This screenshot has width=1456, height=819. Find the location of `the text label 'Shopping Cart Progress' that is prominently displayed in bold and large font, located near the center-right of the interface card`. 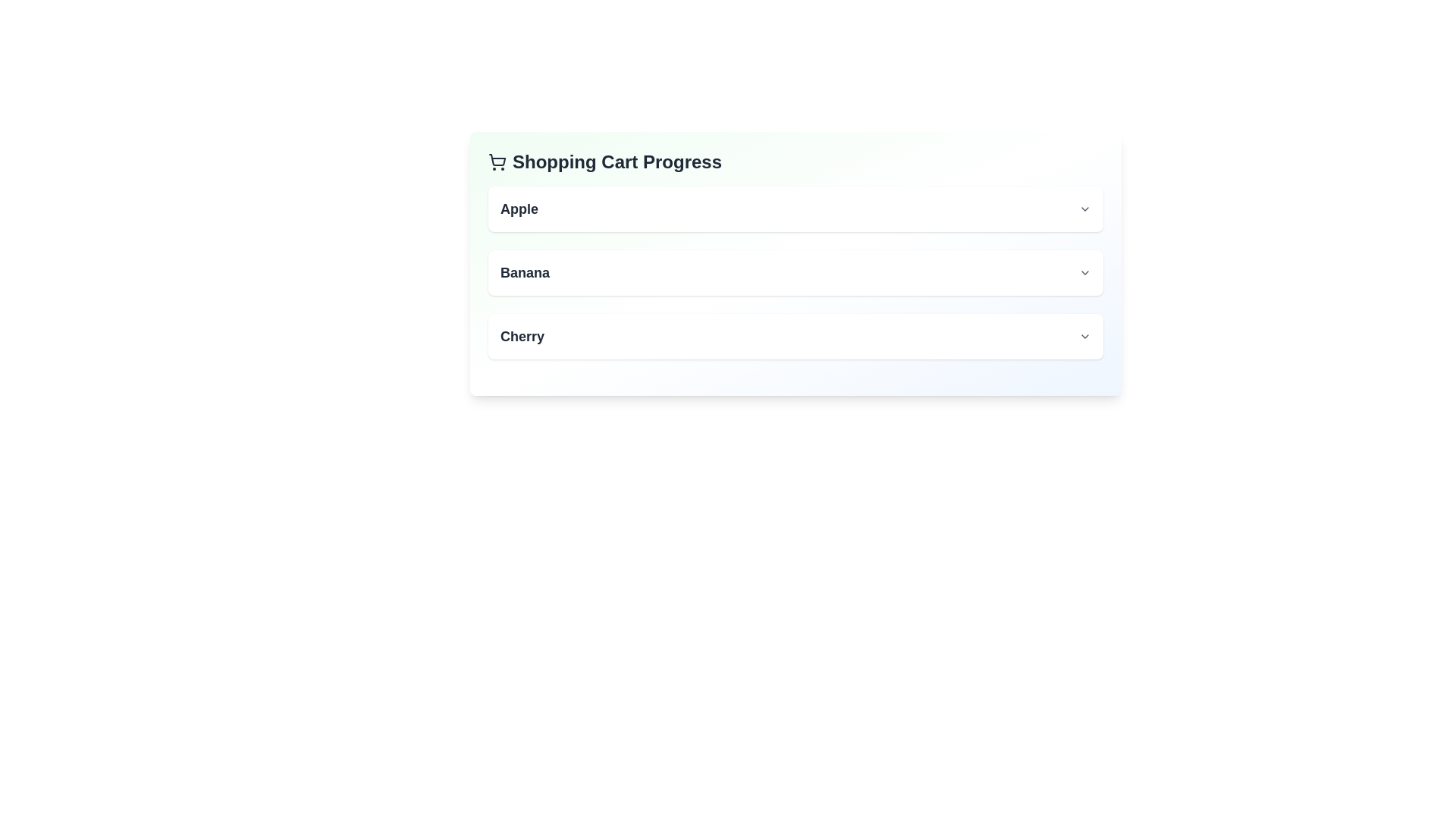

the text label 'Shopping Cart Progress' that is prominently displayed in bold and large font, located near the center-right of the interface card is located at coordinates (617, 162).